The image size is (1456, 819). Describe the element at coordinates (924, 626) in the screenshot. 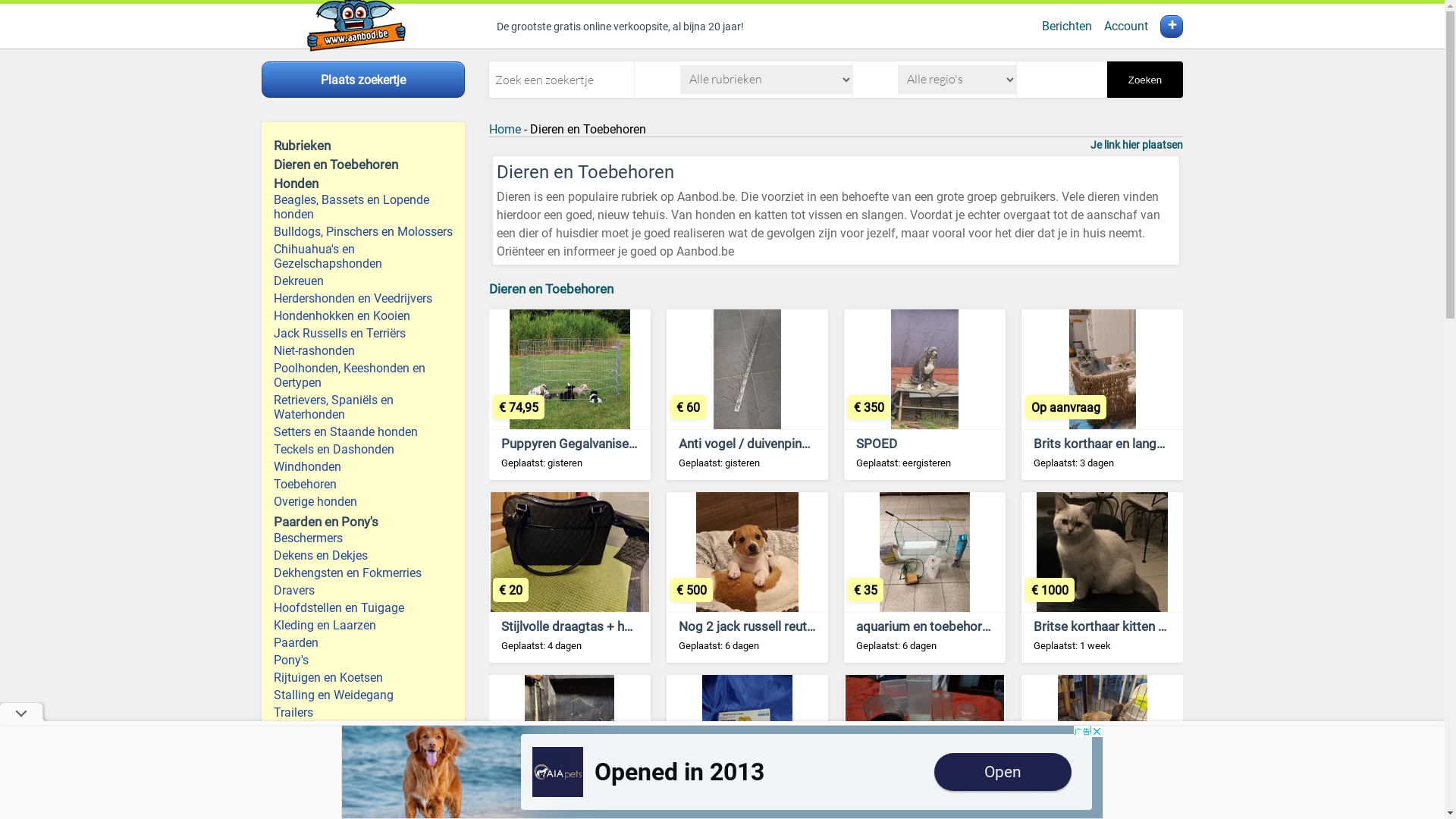

I see `'aquarium en toebehoren'` at that location.